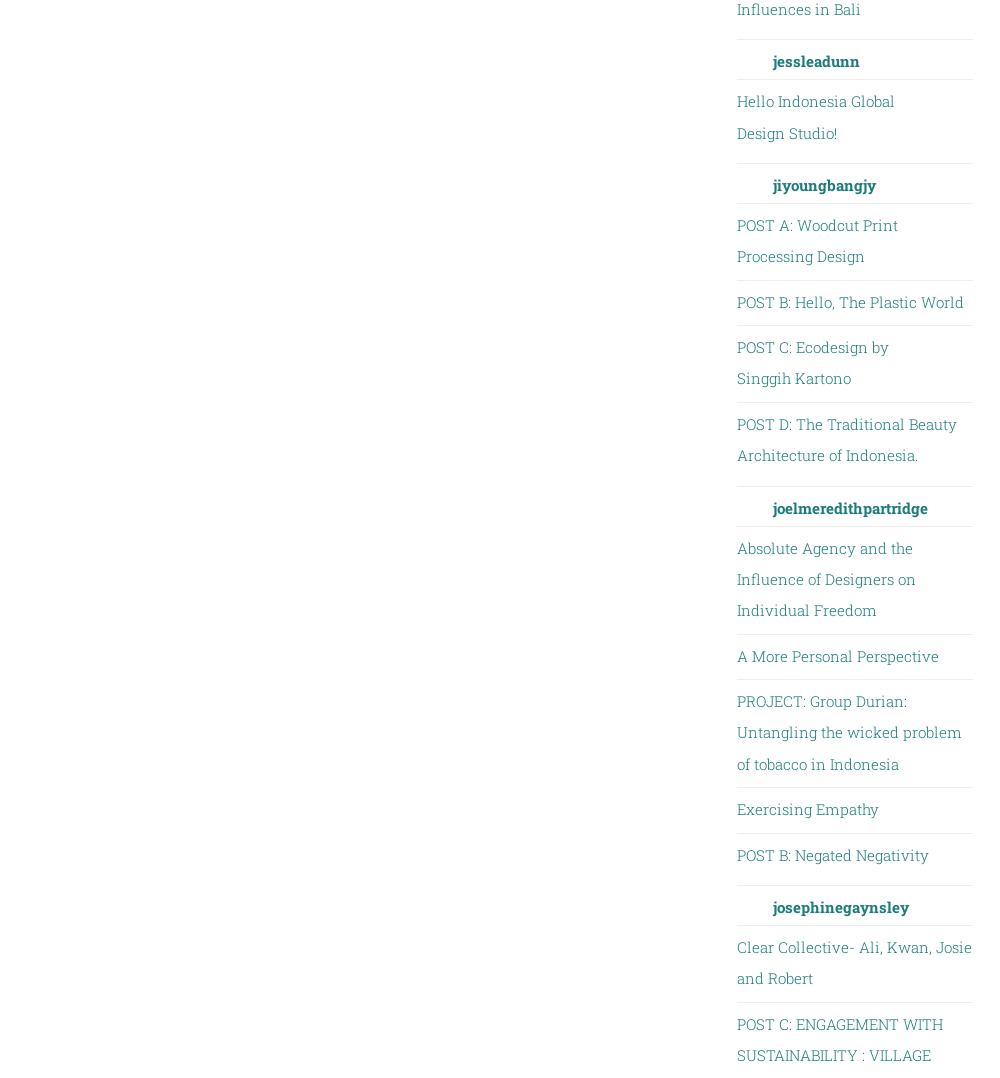  What do you see at coordinates (852, 961) in the screenshot?
I see `'Clear Collective- Ali, Kwan, Josie and Robert'` at bounding box center [852, 961].